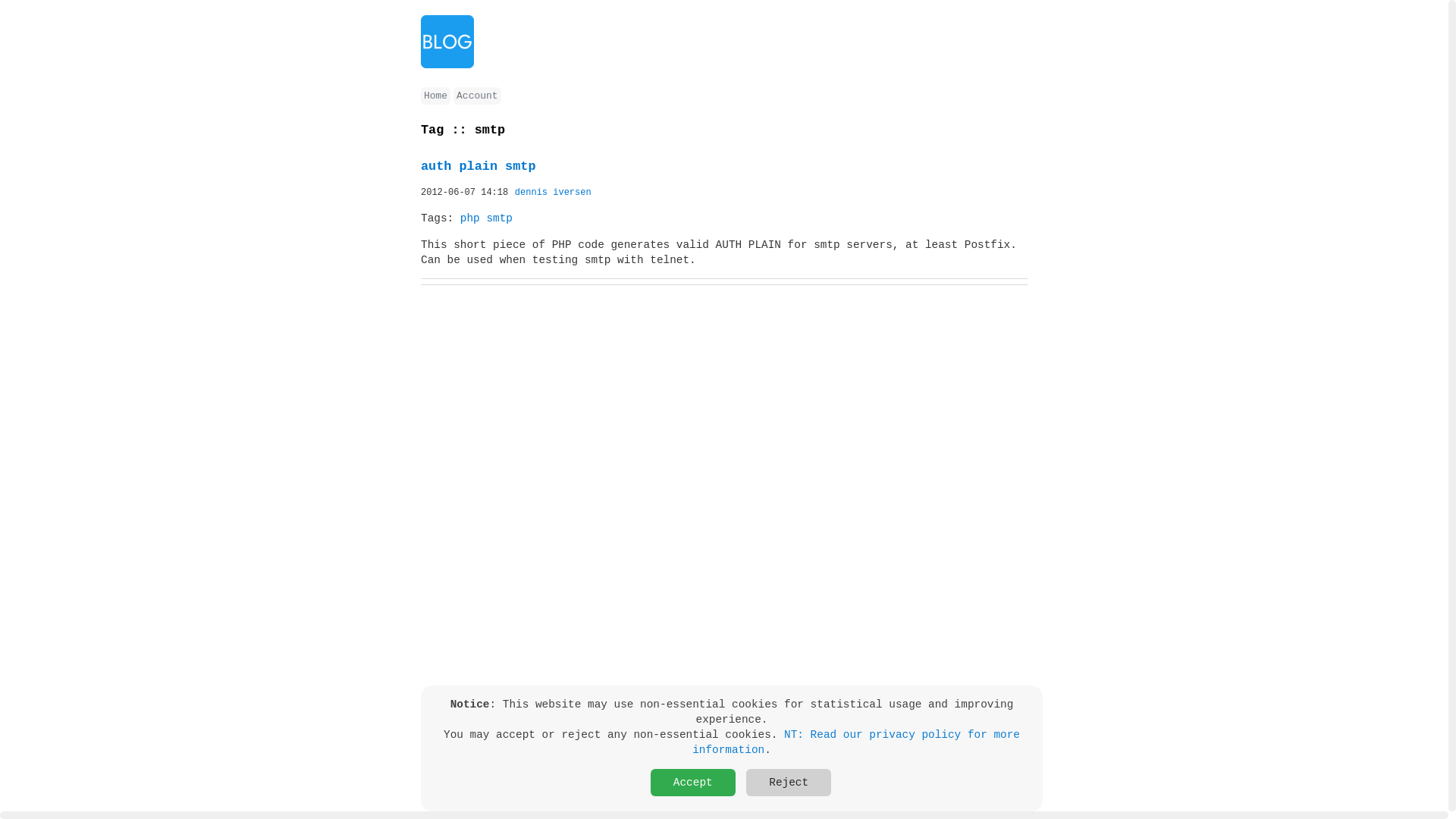  Describe the element at coordinates (459, 218) in the screenshot. I see `'php'` at that location.